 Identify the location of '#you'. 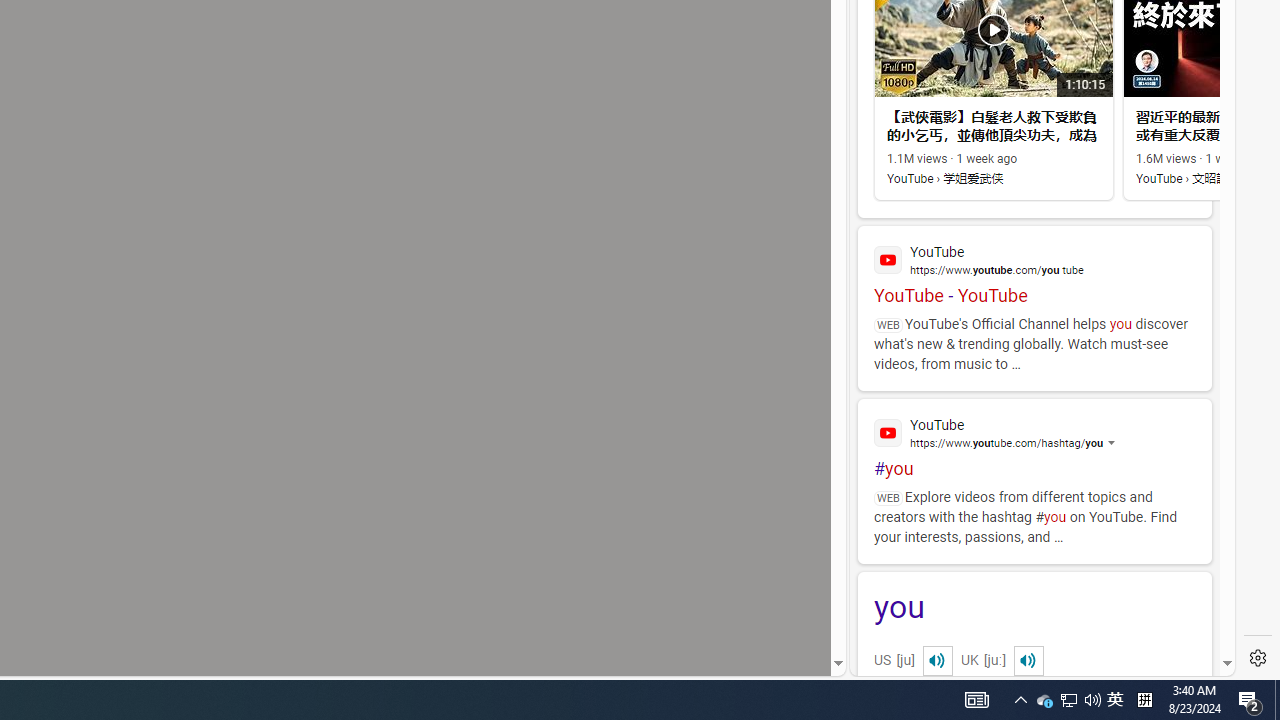
(1034, 438).